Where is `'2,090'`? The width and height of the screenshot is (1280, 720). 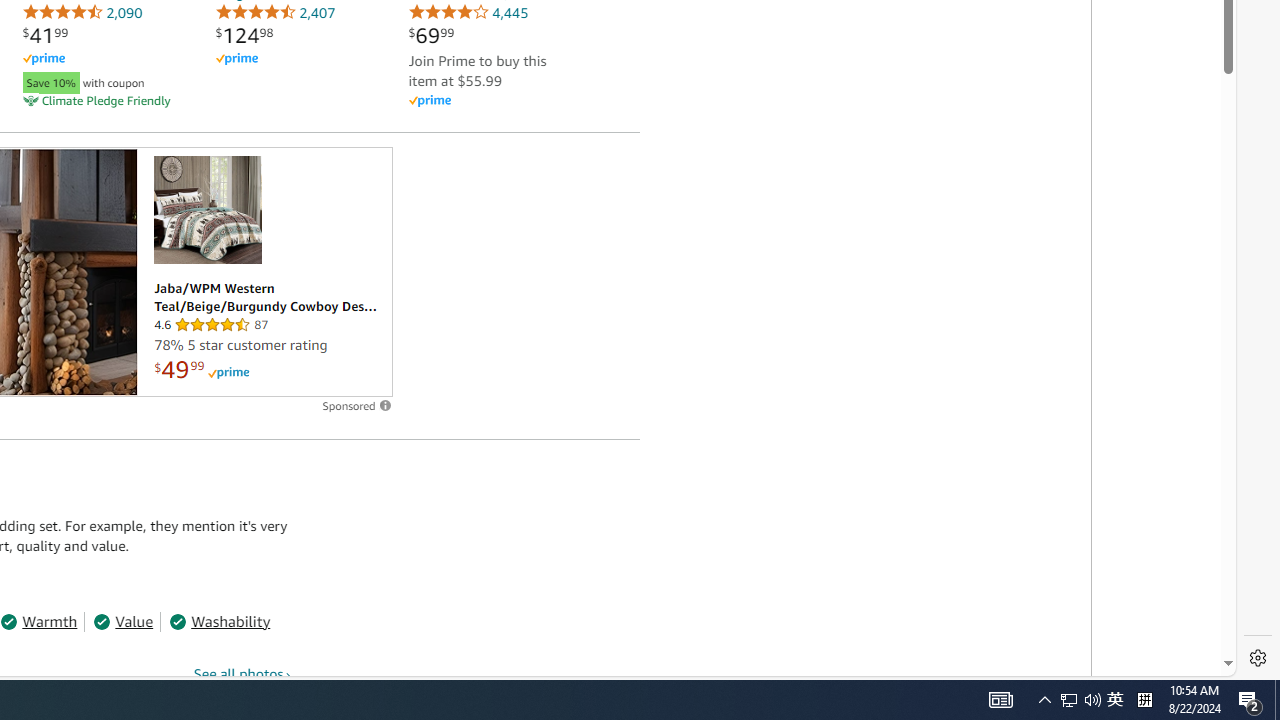 '2,090' is located at coordinates (81, 12).